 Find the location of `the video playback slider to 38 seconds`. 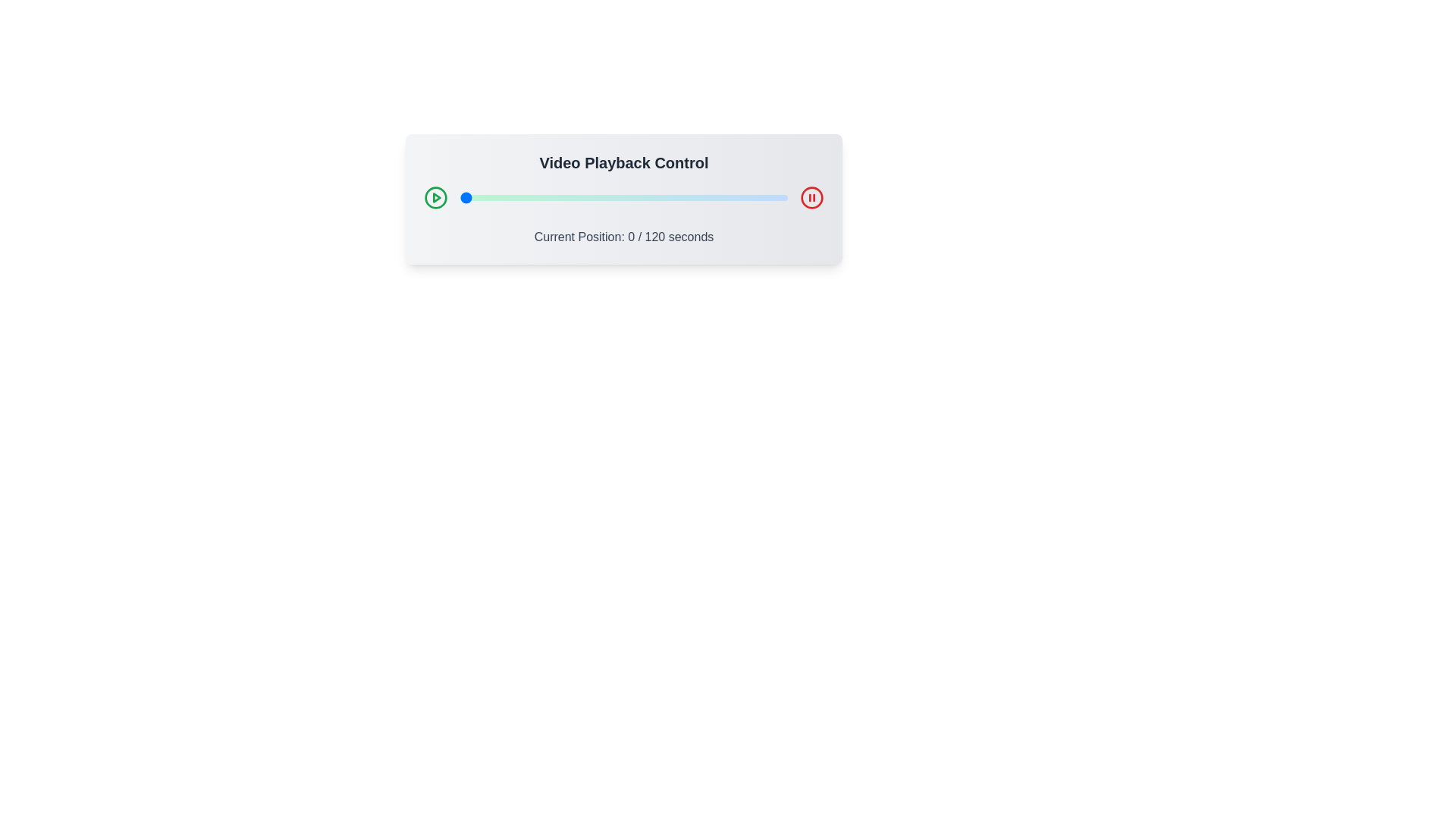

the video playback slider to 38 seconds is located at coordinates (563, 197).